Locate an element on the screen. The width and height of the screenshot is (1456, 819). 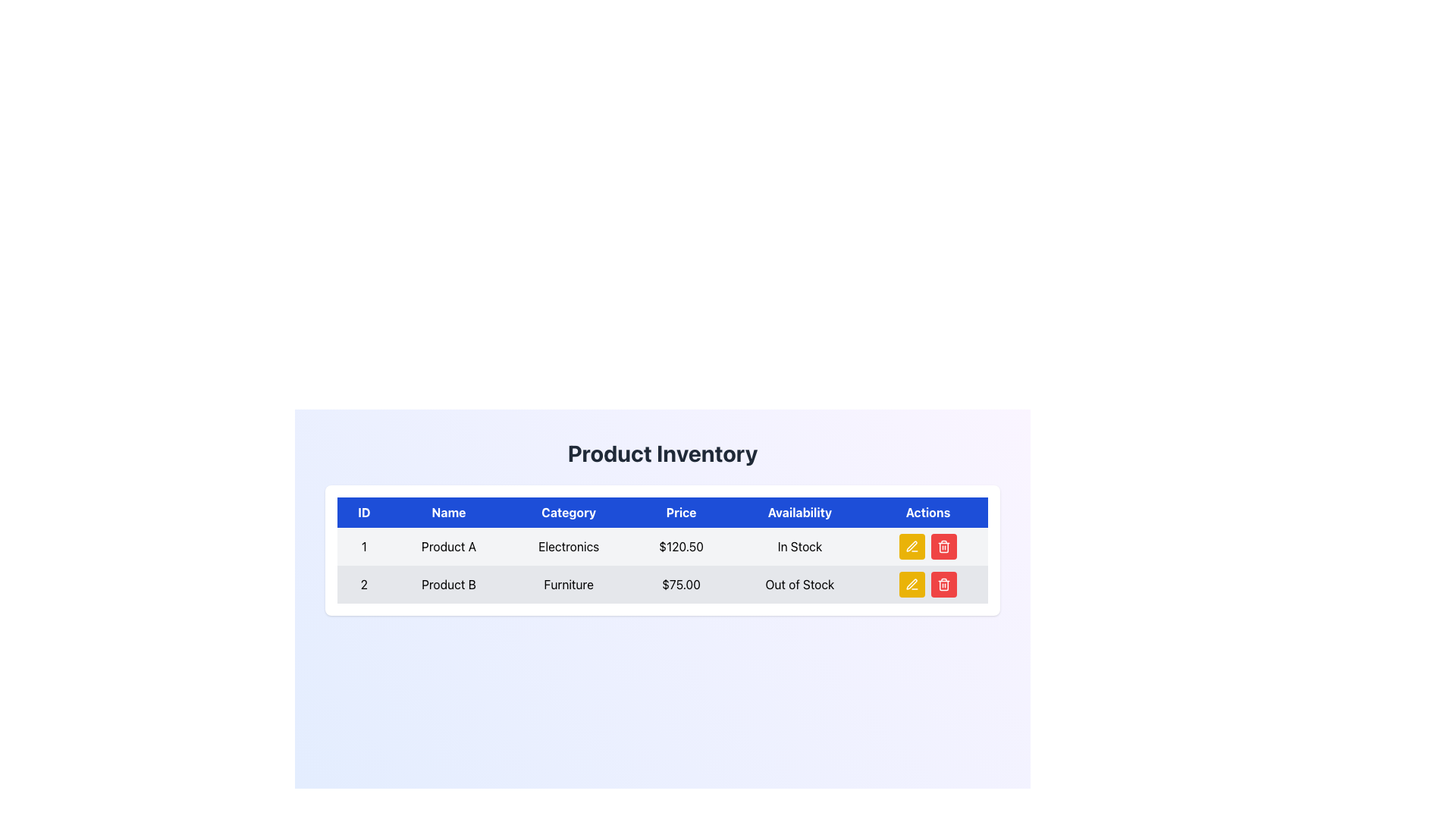
the small, rounded rectangular button with a bright yellow background and a pen icon, located in the 'Actions' column of the first row under 'Product Inventory' is located at coordinates (911, 547).